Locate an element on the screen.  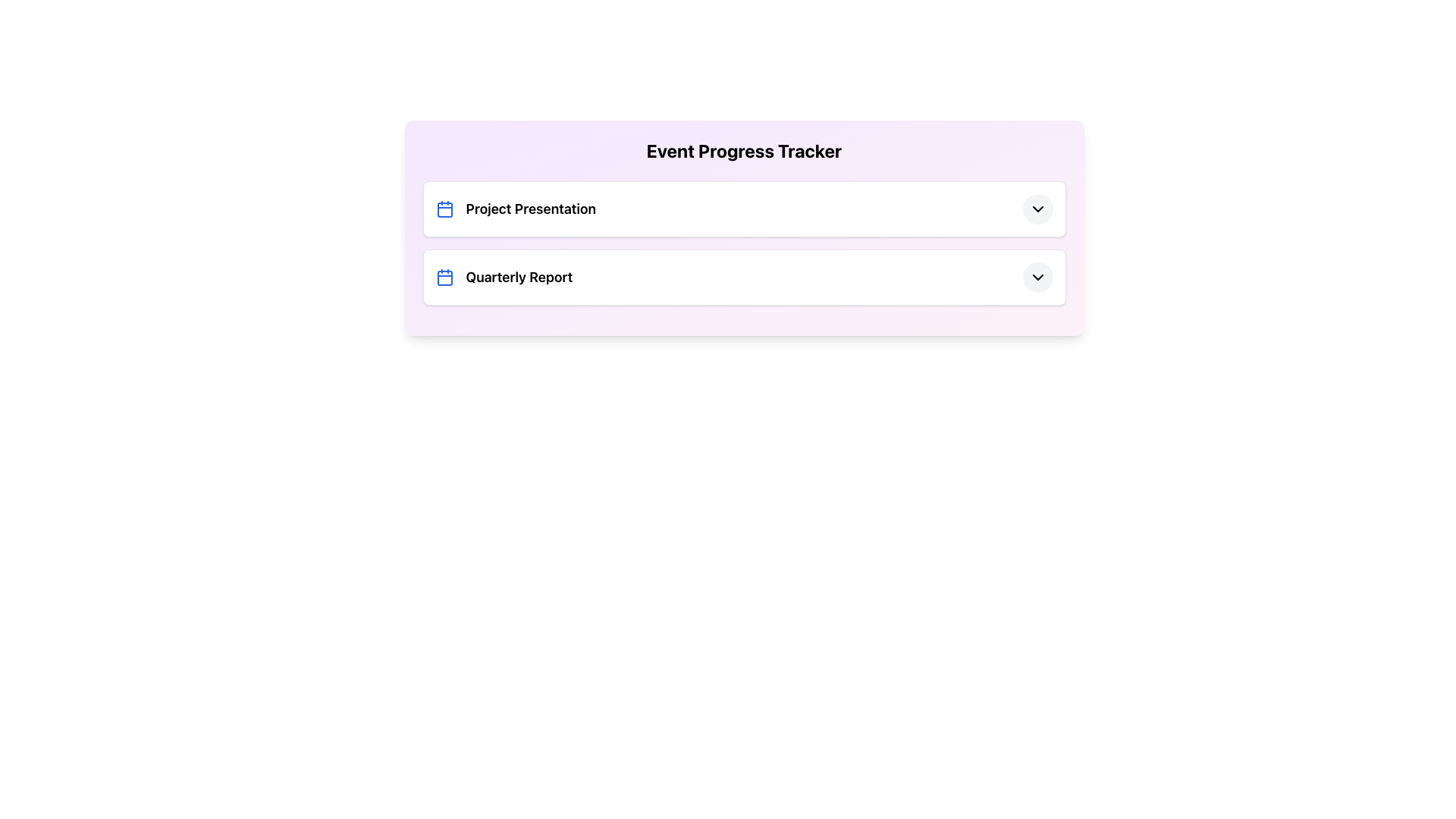
the first card in the list titled 'Project Presentation' is located at coordinates (744, 209).